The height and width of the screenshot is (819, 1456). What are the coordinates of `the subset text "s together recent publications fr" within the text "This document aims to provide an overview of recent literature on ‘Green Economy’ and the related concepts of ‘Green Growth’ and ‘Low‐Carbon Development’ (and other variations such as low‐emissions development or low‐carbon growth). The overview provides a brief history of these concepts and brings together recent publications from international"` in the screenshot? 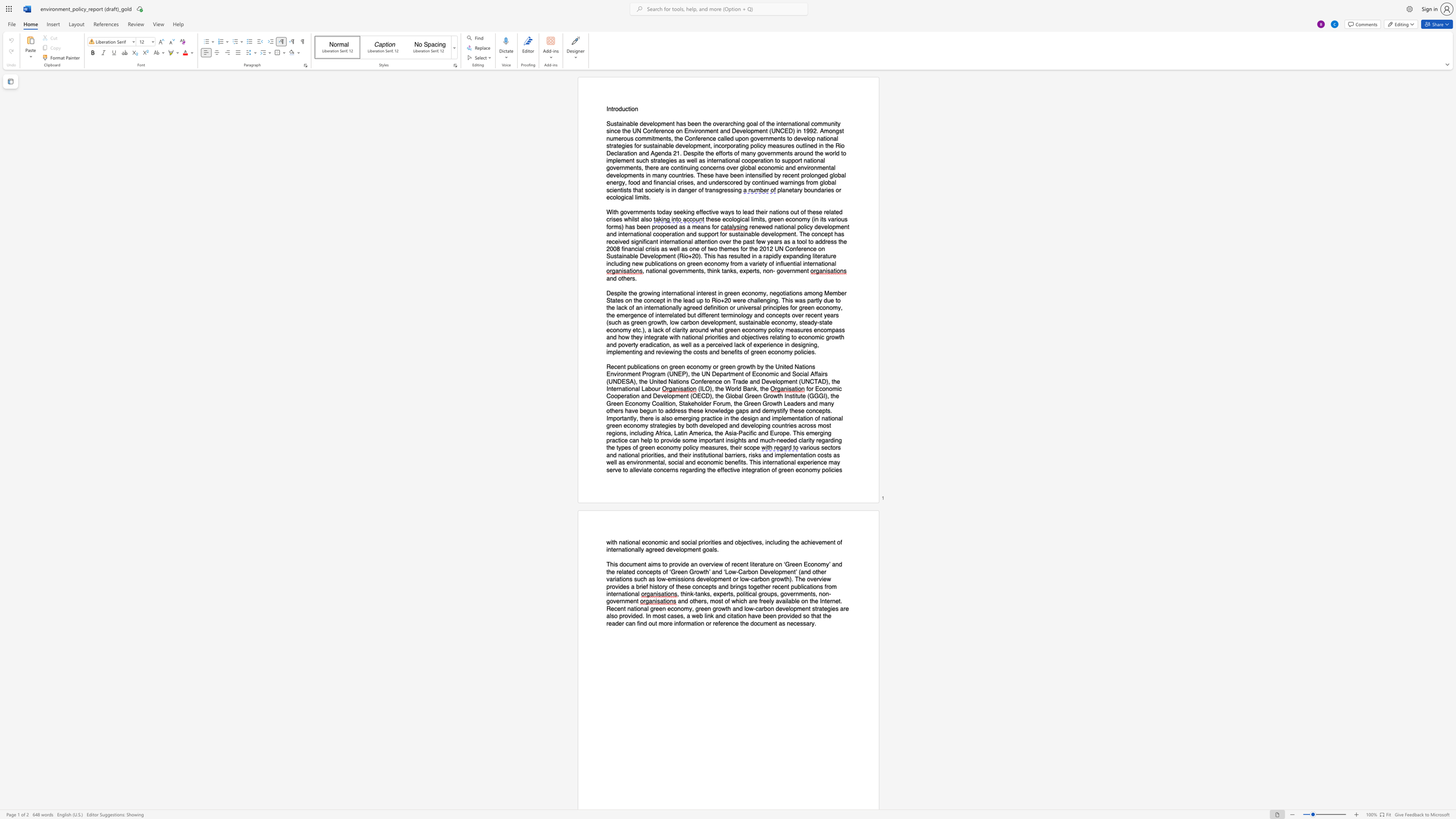 It's located at (743, 587).